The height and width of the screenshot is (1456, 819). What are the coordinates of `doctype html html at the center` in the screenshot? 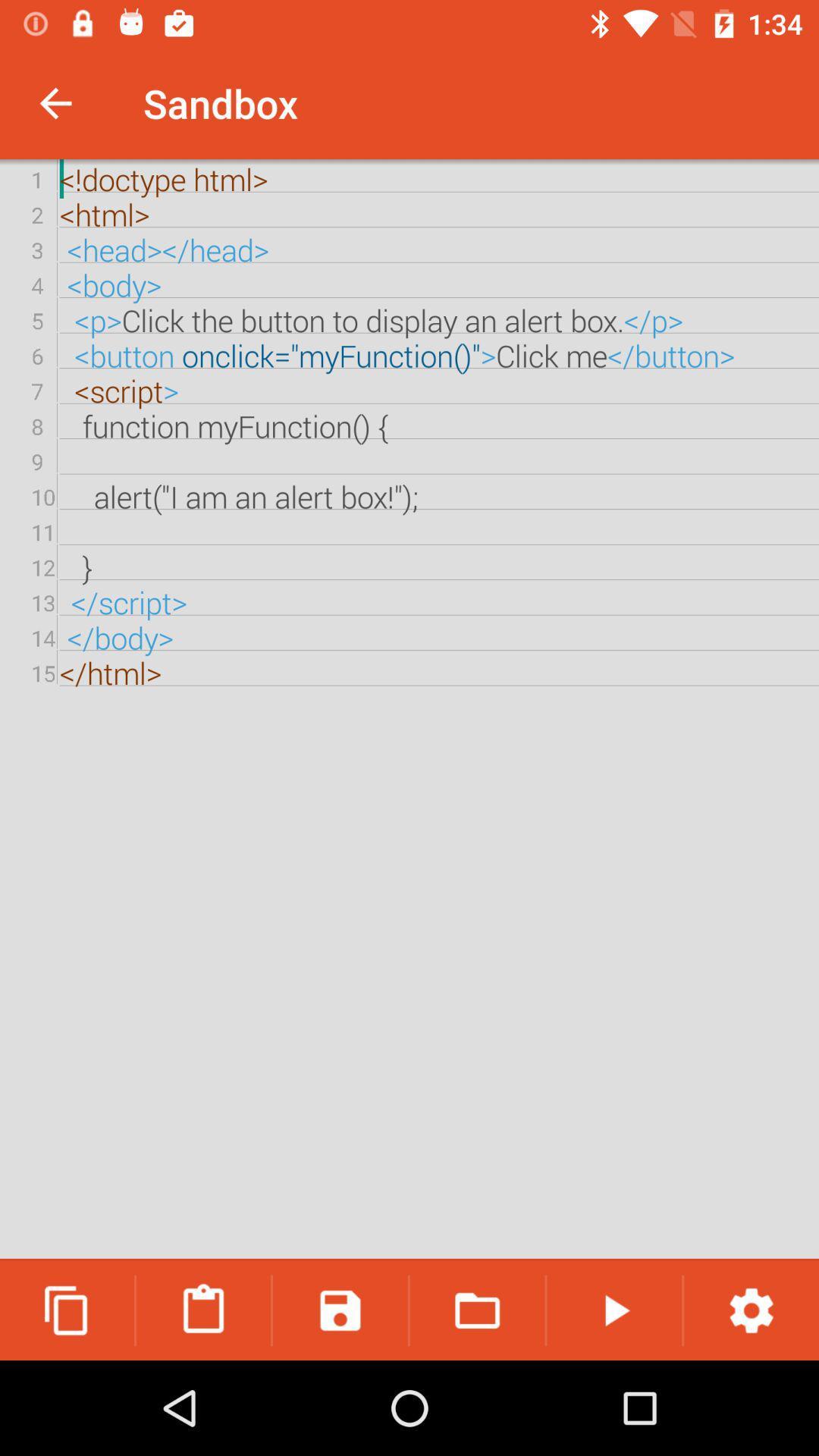 It's located at (409, 709).